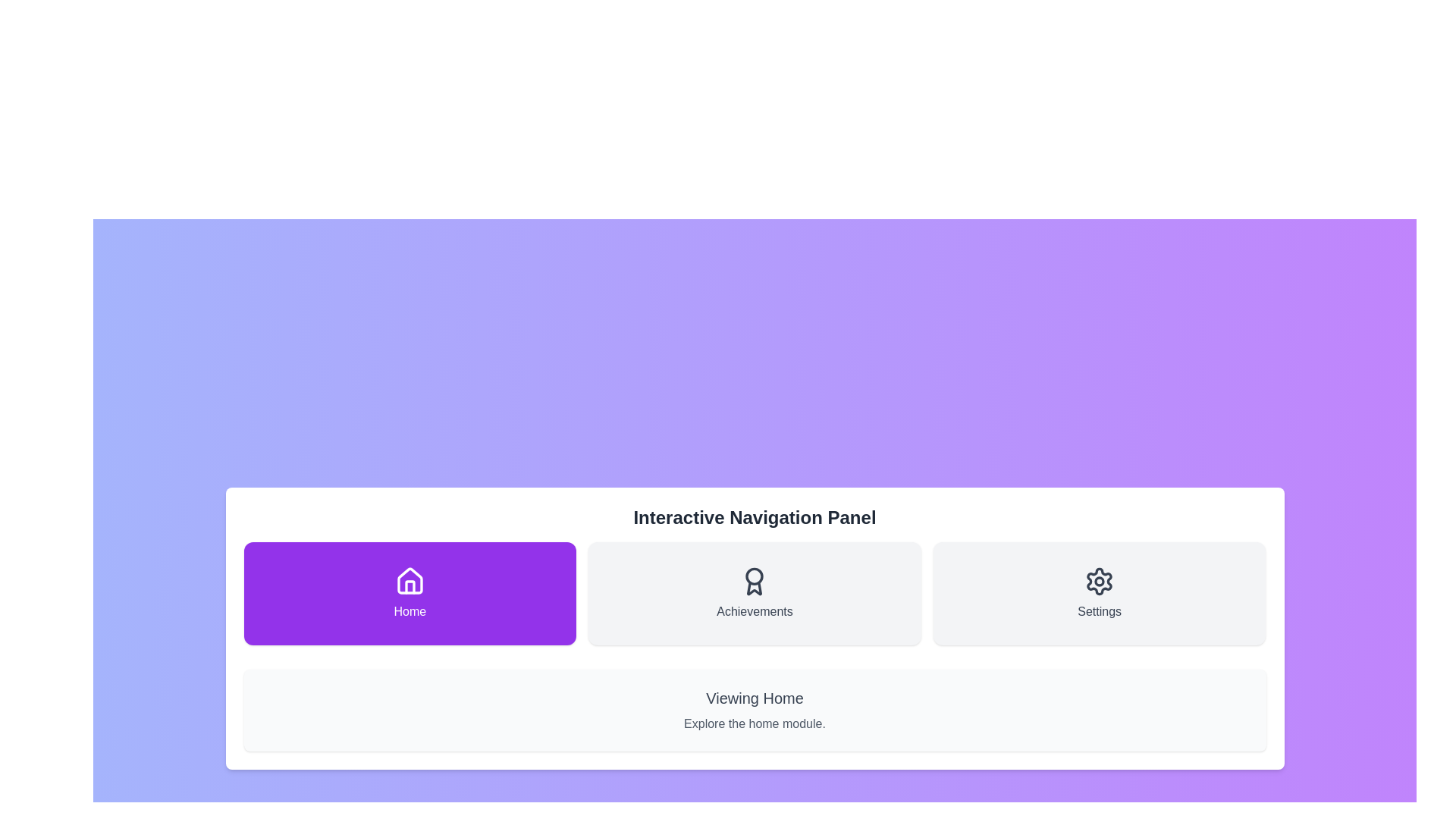 This screenshot has height=819, width=1456. What do you see at coordinates (755, 723) in the screenshot?
I see `the Text Label that provides descriptive information about the 'Home' module, located directly beneath the 'Viewing Home' text` at bounding box center [755, 723].